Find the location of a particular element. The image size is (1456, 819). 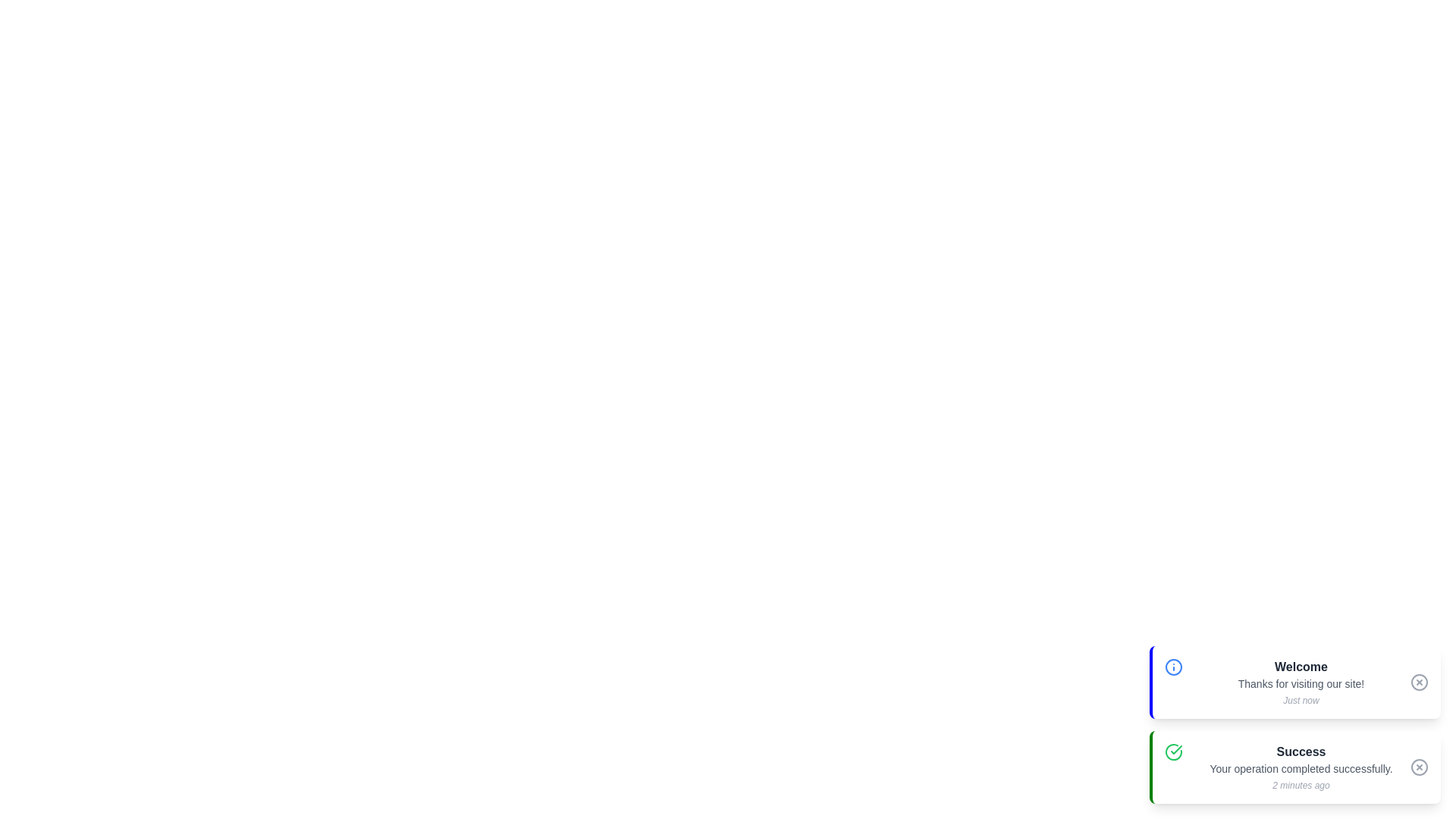

close button of the message with the title Welcome is located at coordinates (1419, 681).